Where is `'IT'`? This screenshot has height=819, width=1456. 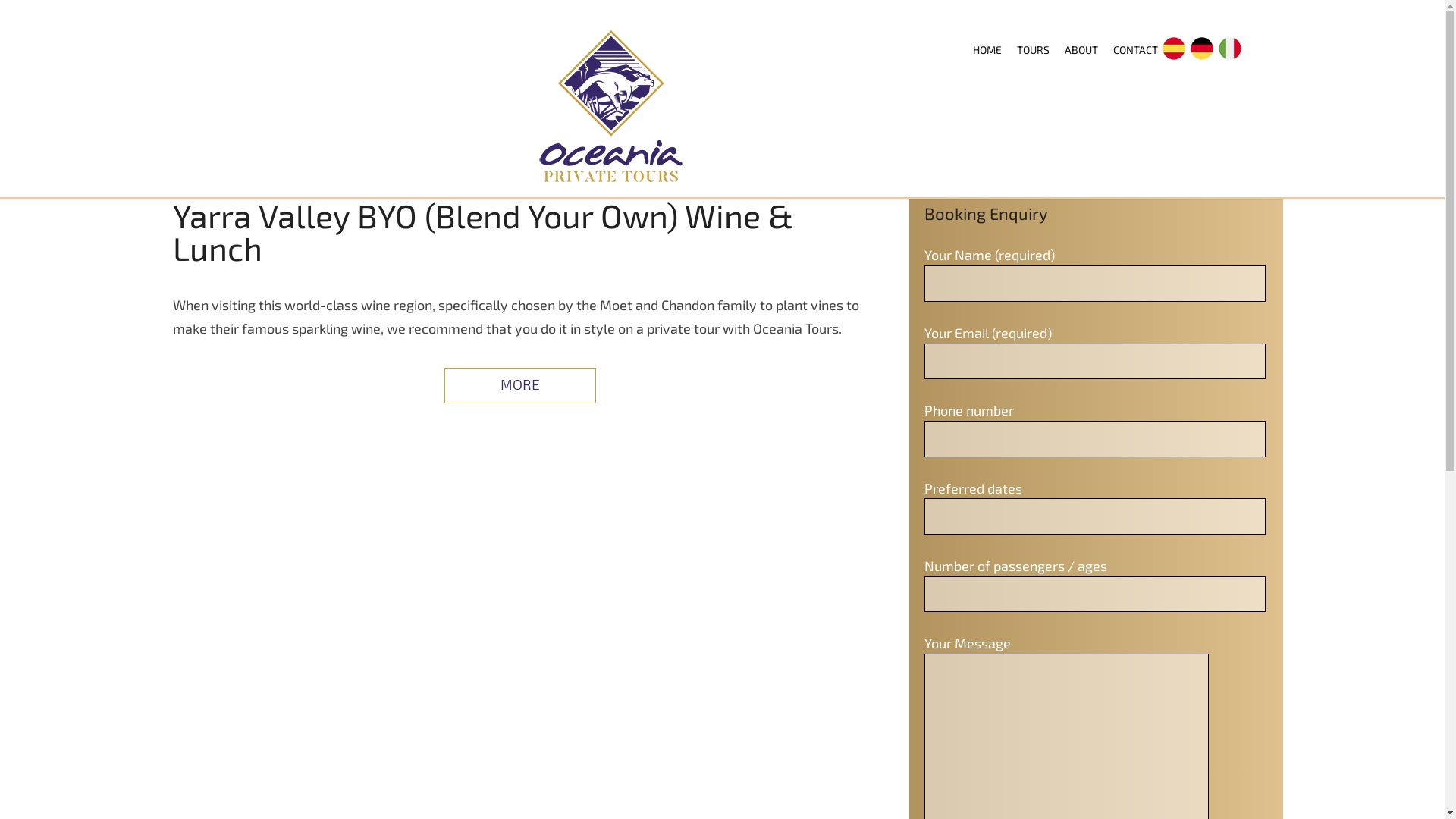
'IT' is located at coordinates (1230, 63).